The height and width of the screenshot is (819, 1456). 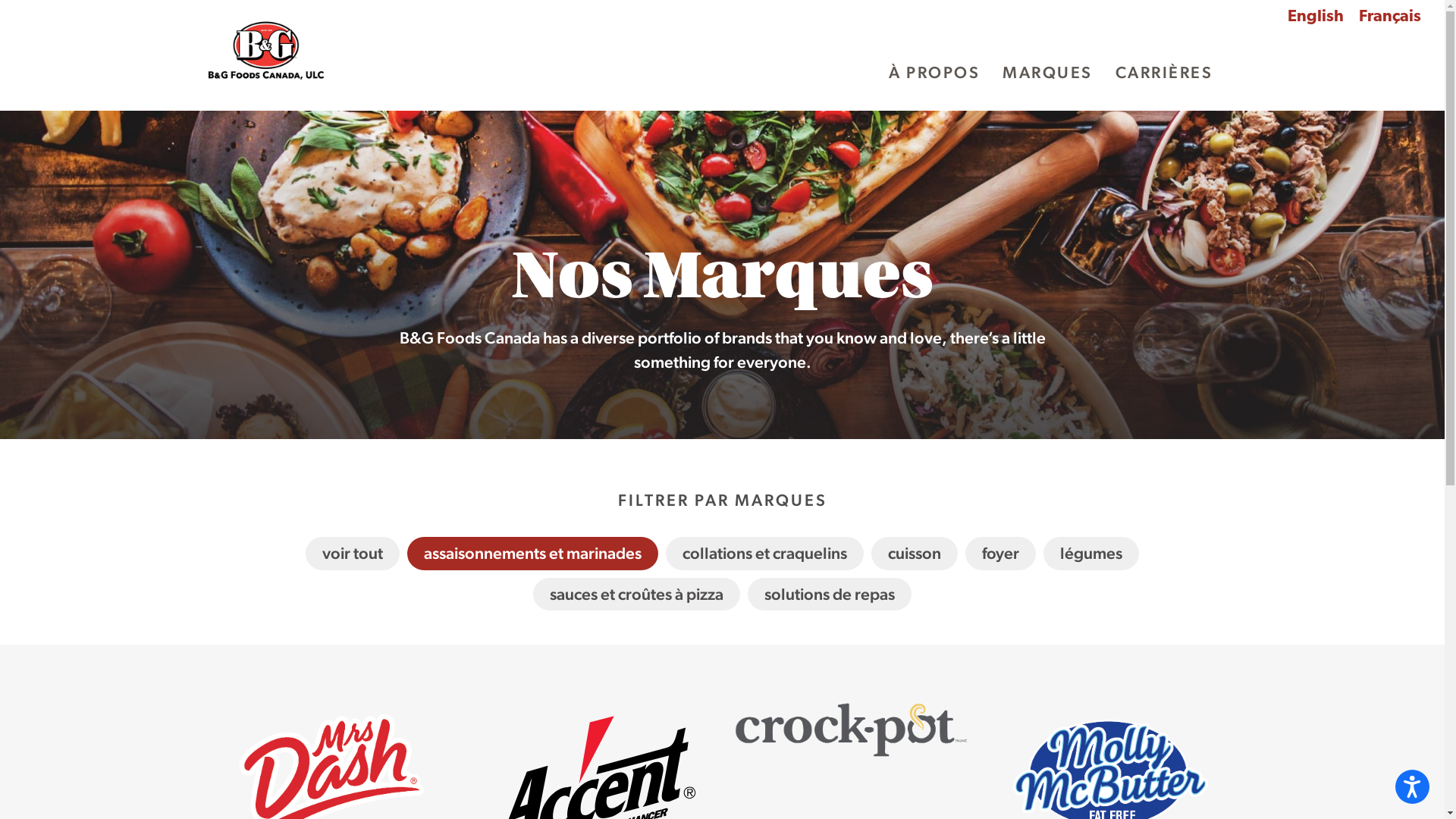 What do you see at coordinates (305, 553) in the screenshot?
I see `'voir tout'` at bounding box center [305, 553].